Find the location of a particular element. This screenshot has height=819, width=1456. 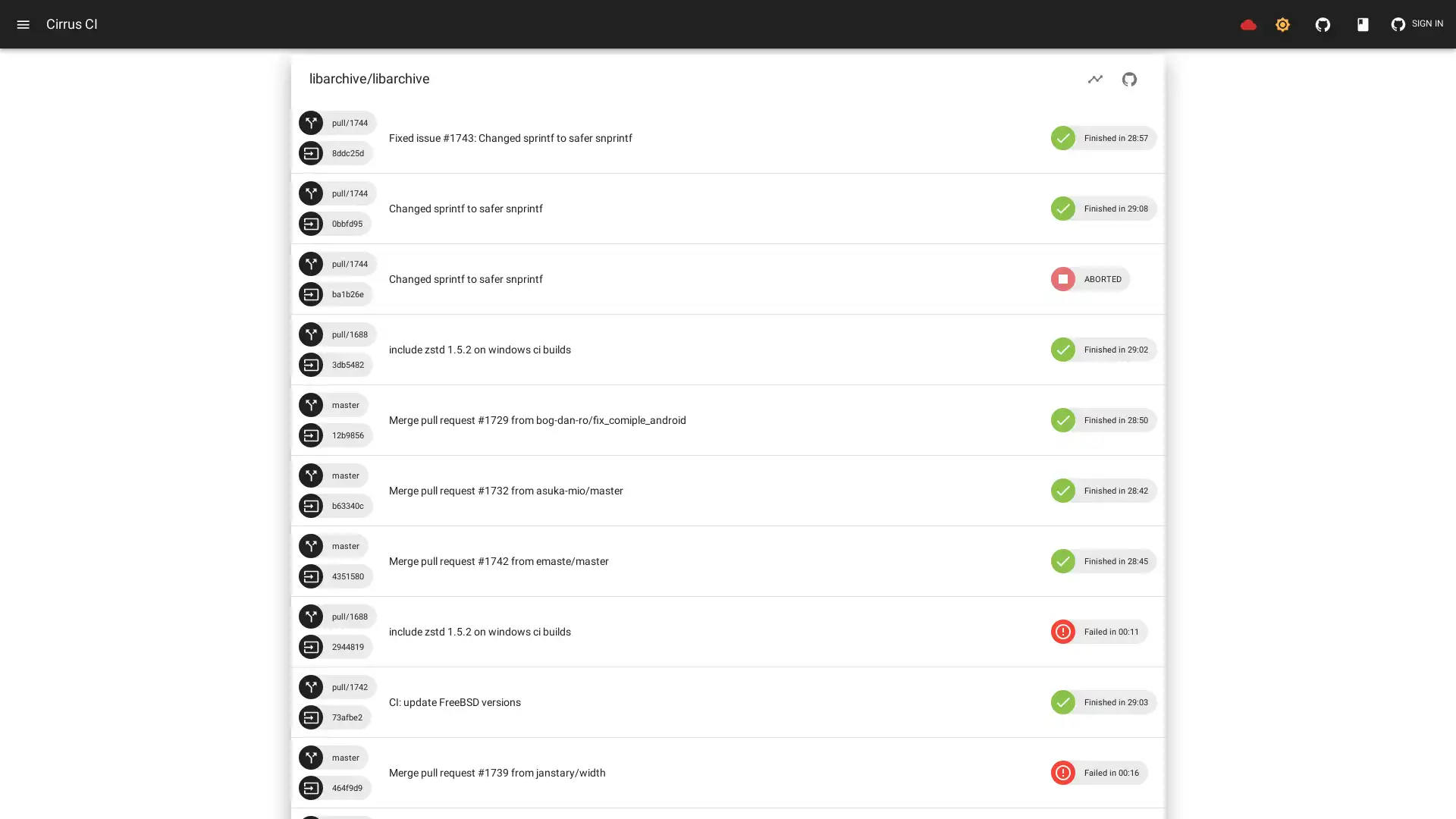

0bbfd95 is located at coordinates (334, 223).